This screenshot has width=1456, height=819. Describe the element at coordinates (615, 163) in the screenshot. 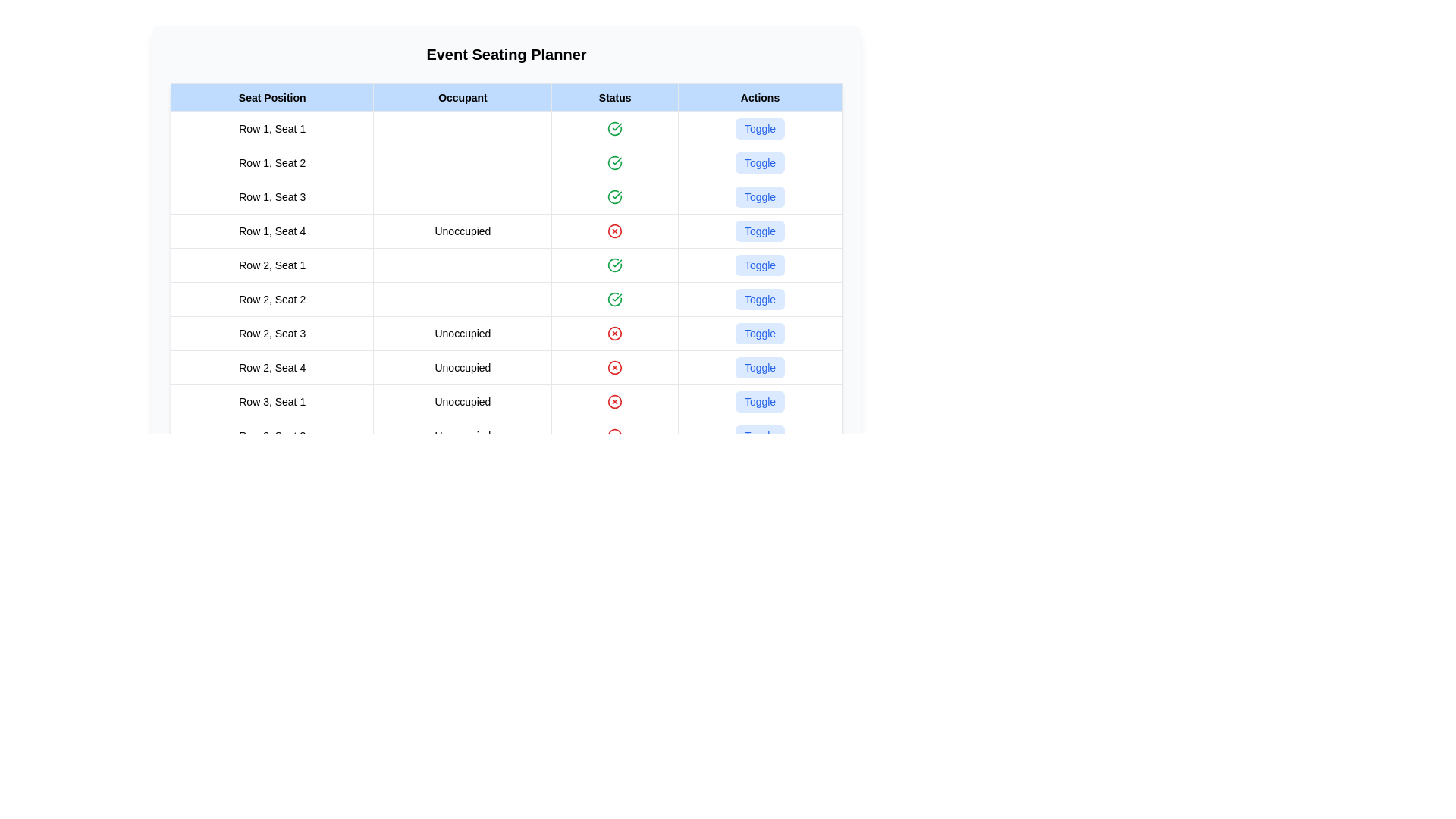

I see `the status indicator icon in the 'Status' column of the second row, which signifies a confirmed or positive status` at that location.